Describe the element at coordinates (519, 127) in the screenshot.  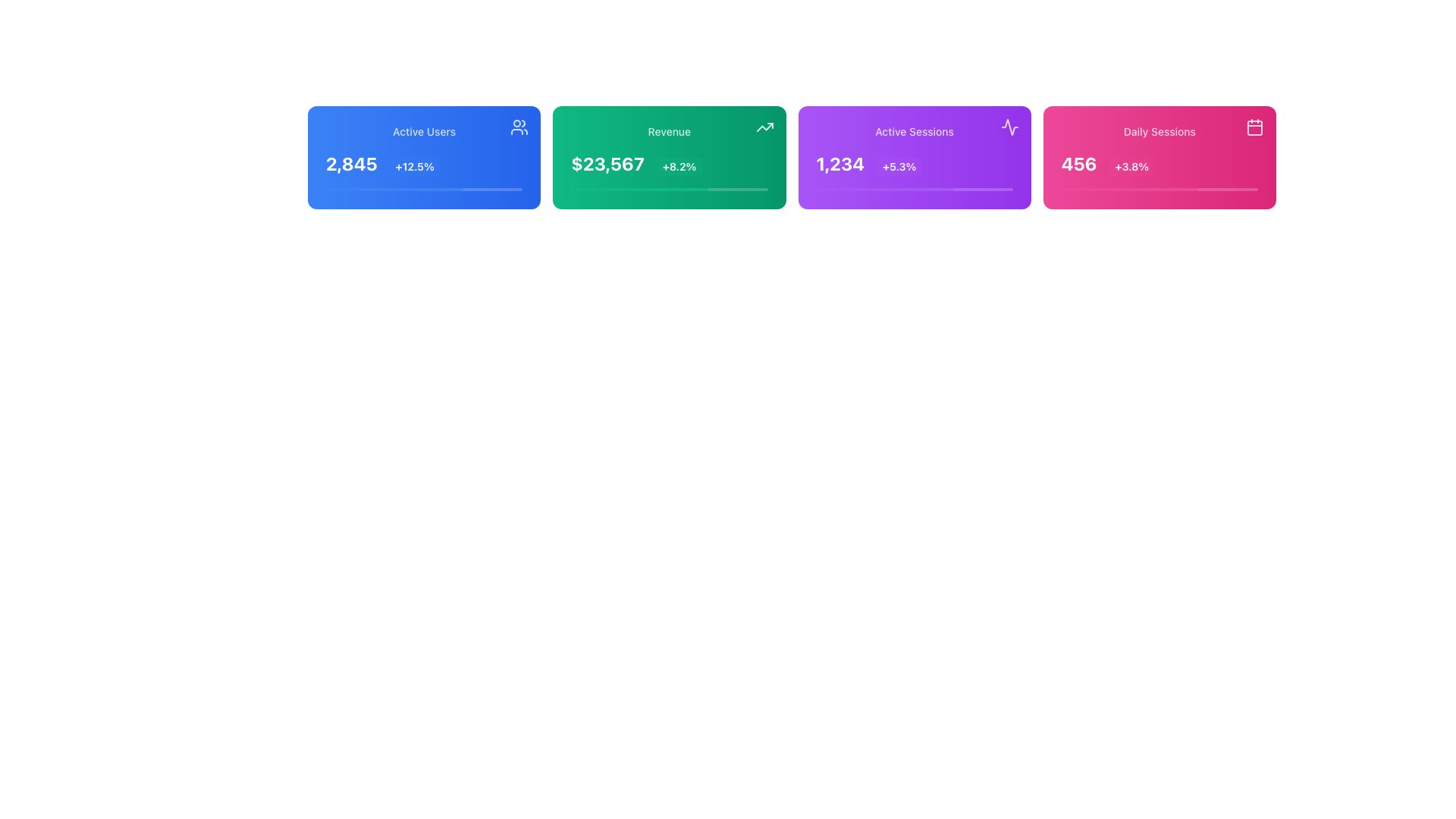
I see `the design of the Icon representing the 'Active Users' card, located in the top-right corner of a blue rectangular card adjacent to its title` at that location.